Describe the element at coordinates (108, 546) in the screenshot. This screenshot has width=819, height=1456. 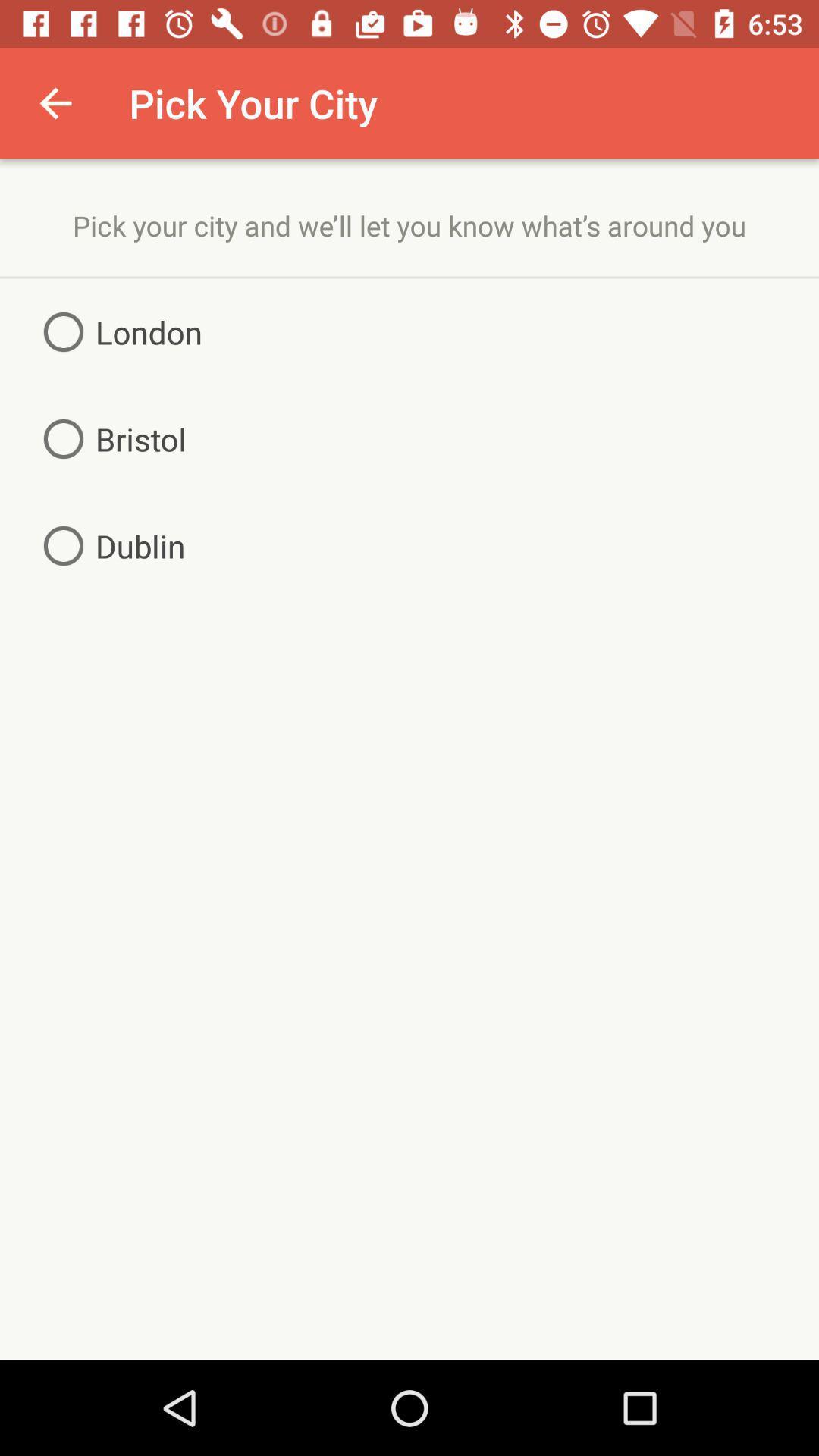
I see `the dublin item` at that location.